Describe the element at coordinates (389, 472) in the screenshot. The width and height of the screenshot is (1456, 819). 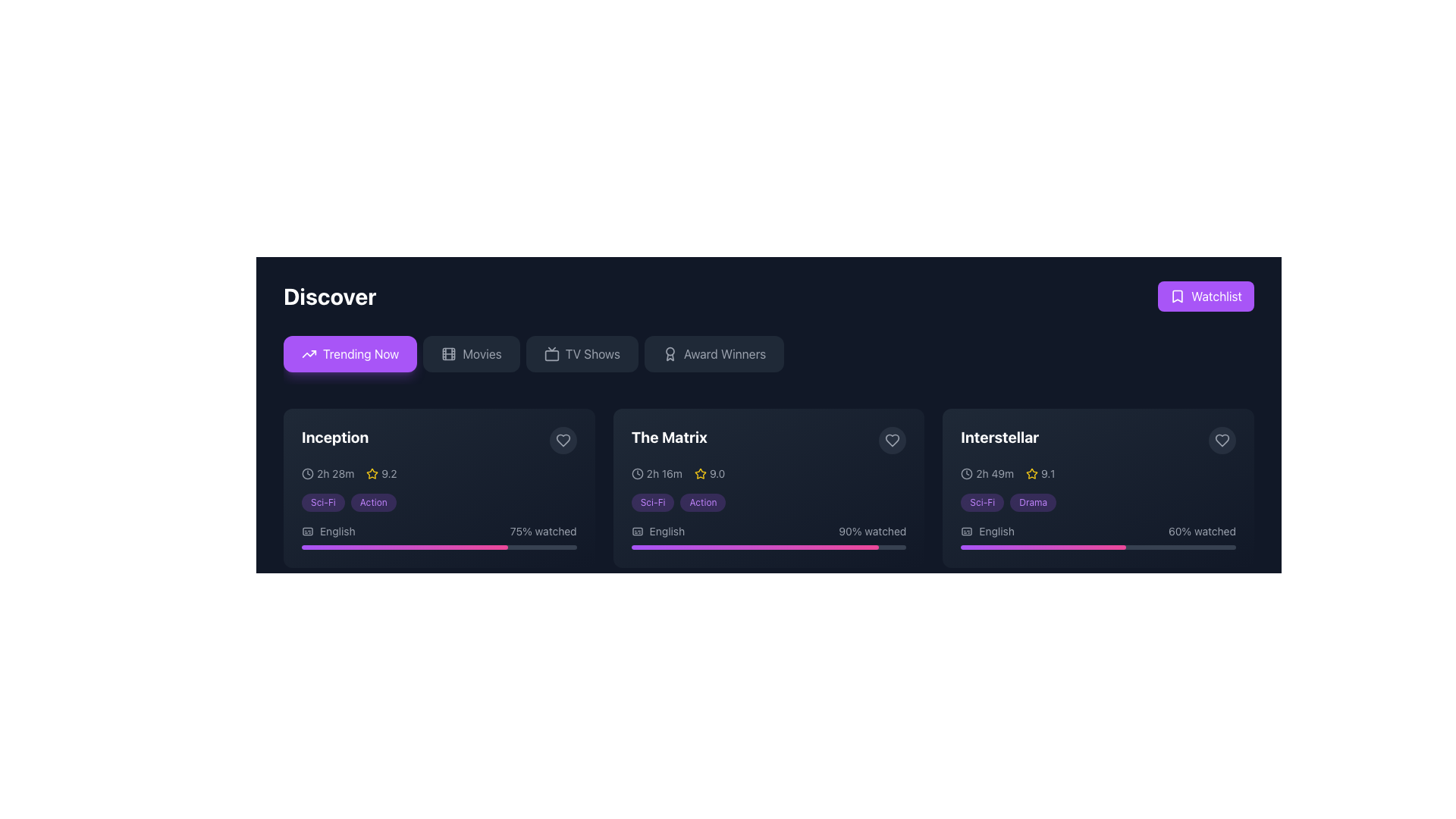
I see `the static text label displaying the number '9.2' that represents a rating, located to the right of a yellow star icon in the card for the movie 'Inception'` at that location.